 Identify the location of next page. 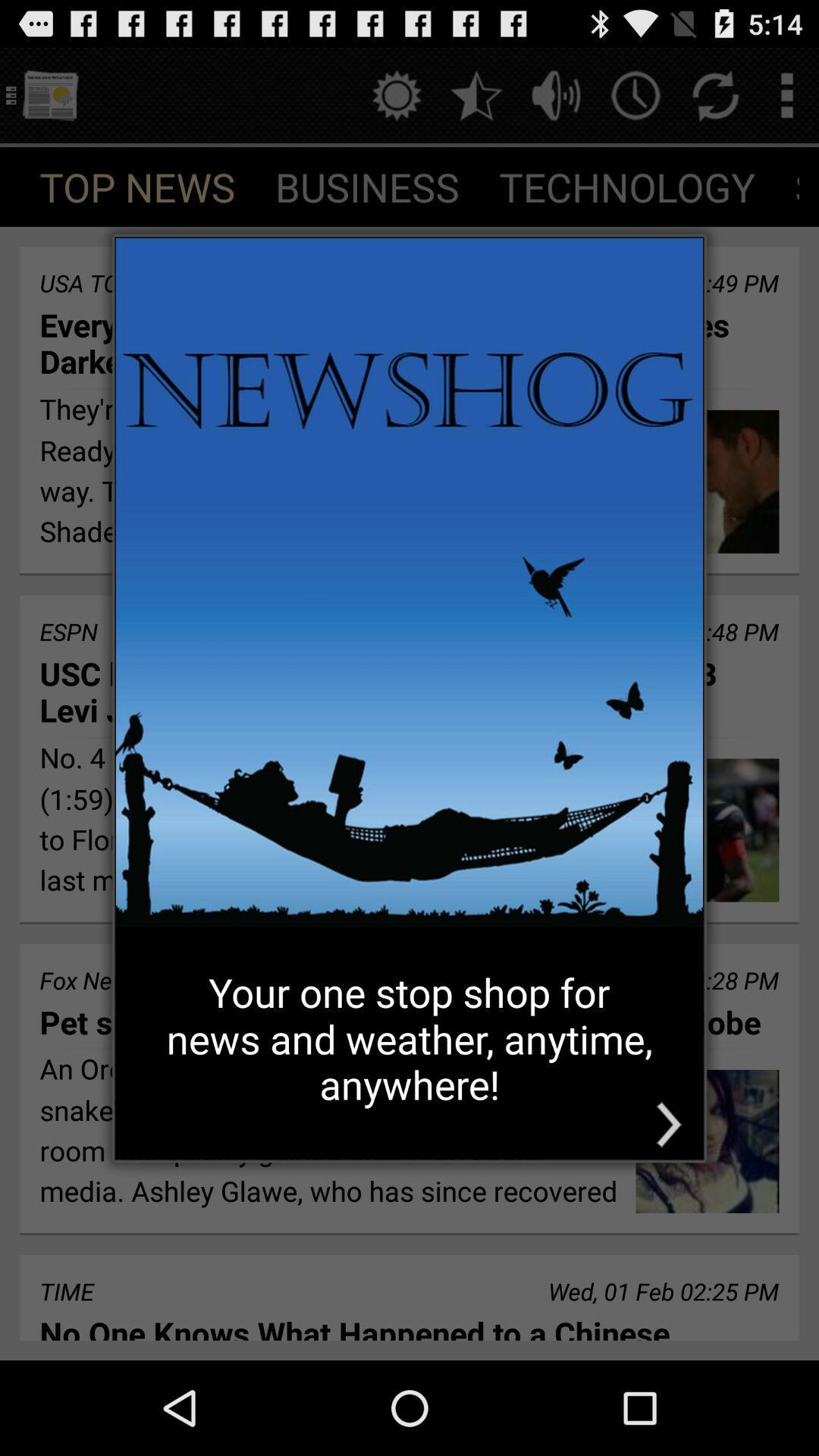
(668, 1125).